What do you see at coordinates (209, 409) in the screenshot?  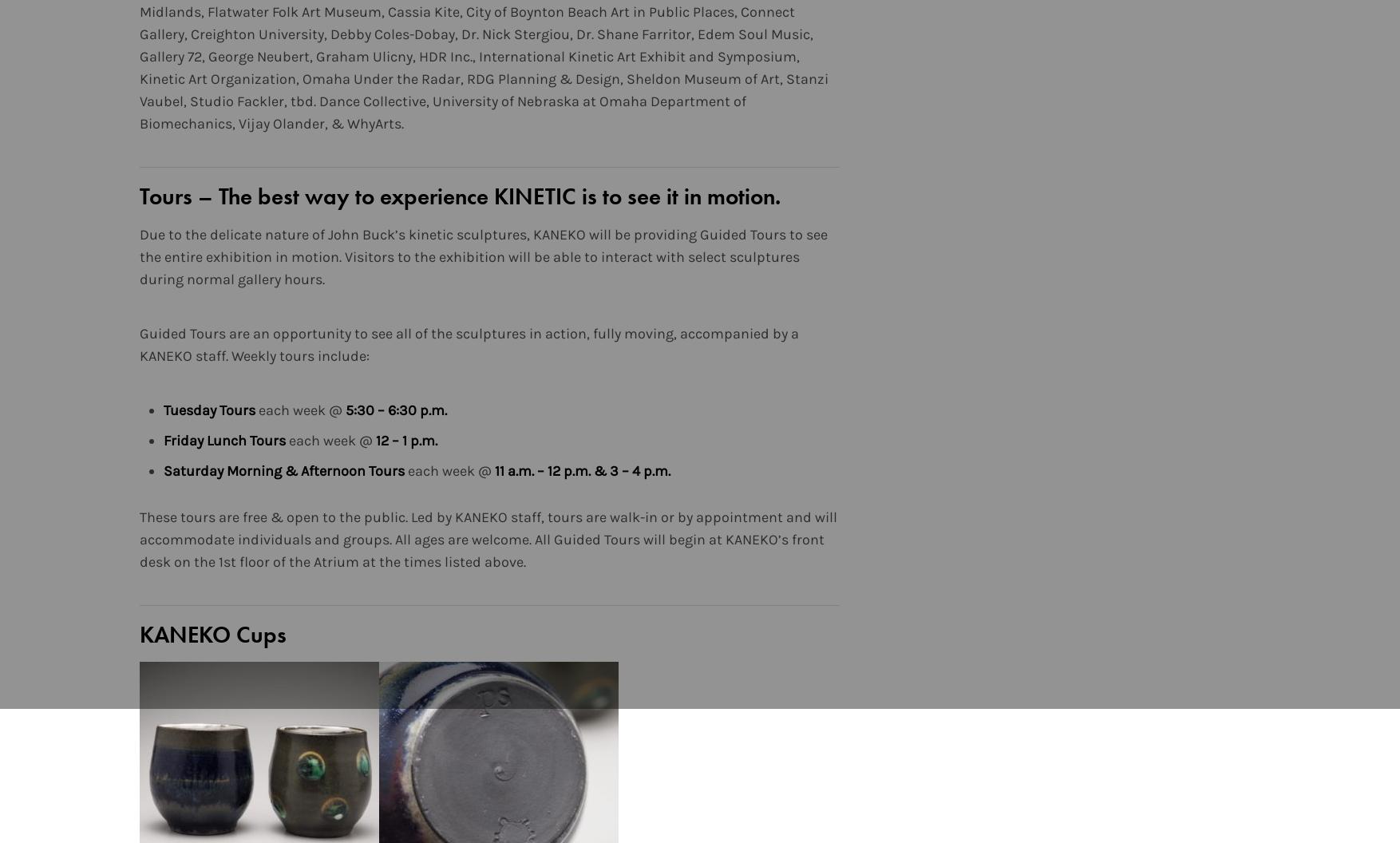 I see `'Tuesday Tours'` at bounding box center [209, 409].